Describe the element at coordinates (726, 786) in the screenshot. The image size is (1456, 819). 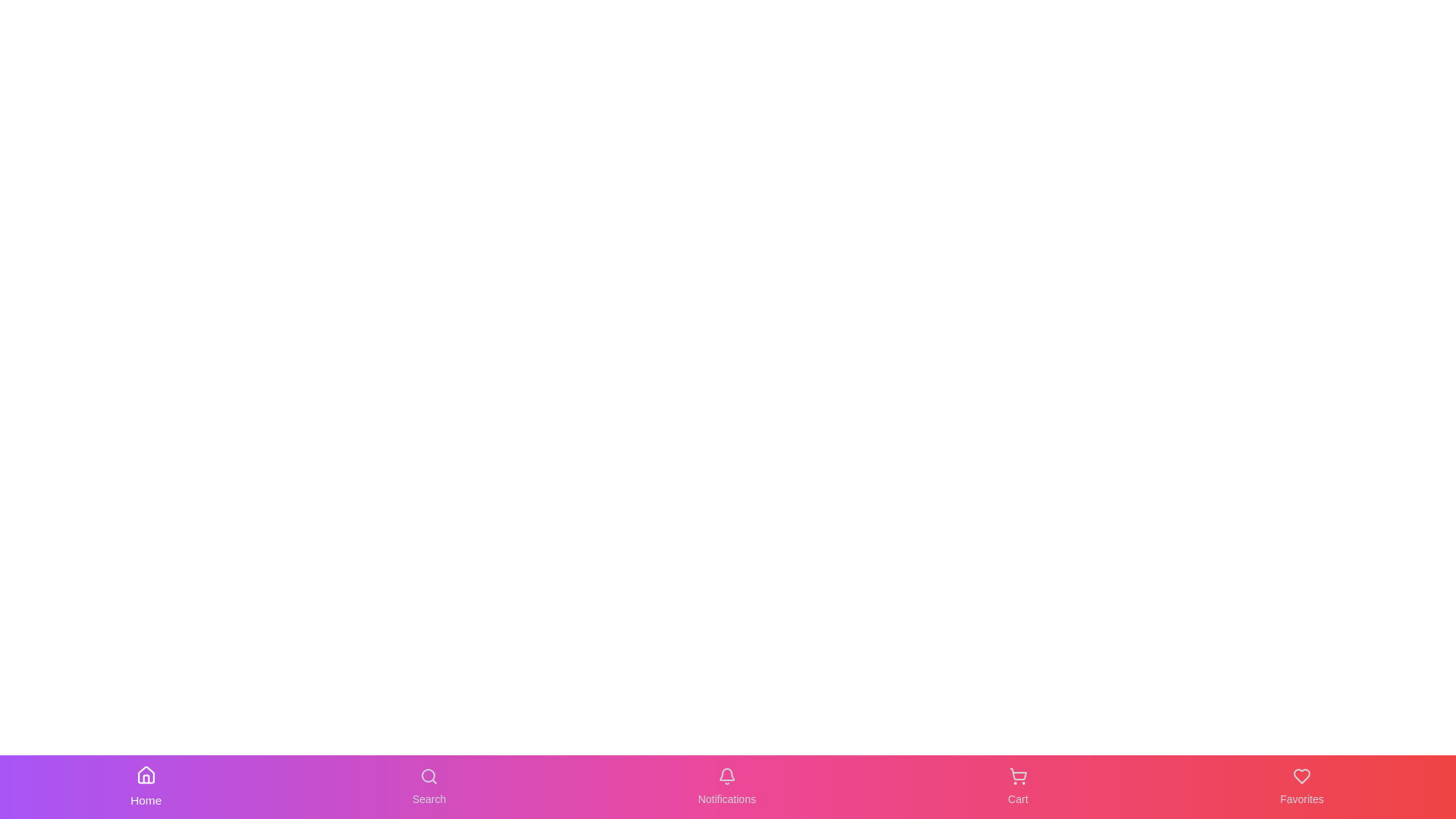
I see `the Notifications button in the navigation bar` at that location.